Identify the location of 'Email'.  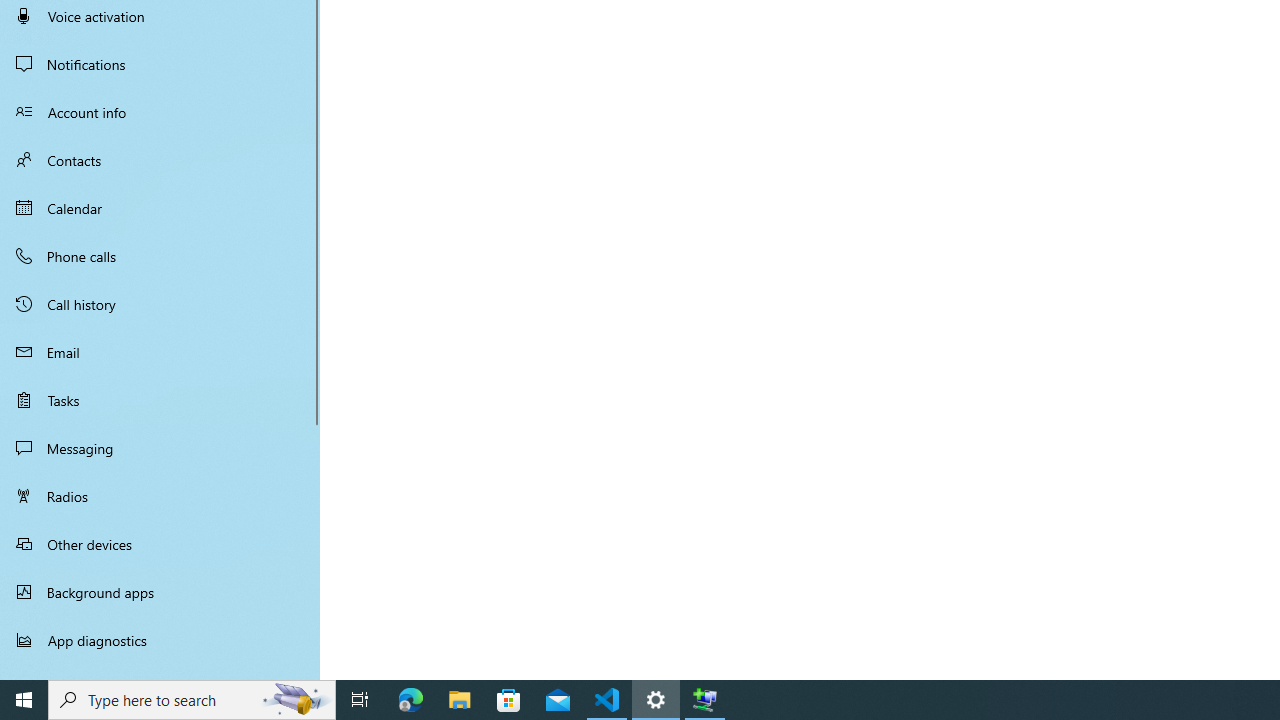
(160, 351).